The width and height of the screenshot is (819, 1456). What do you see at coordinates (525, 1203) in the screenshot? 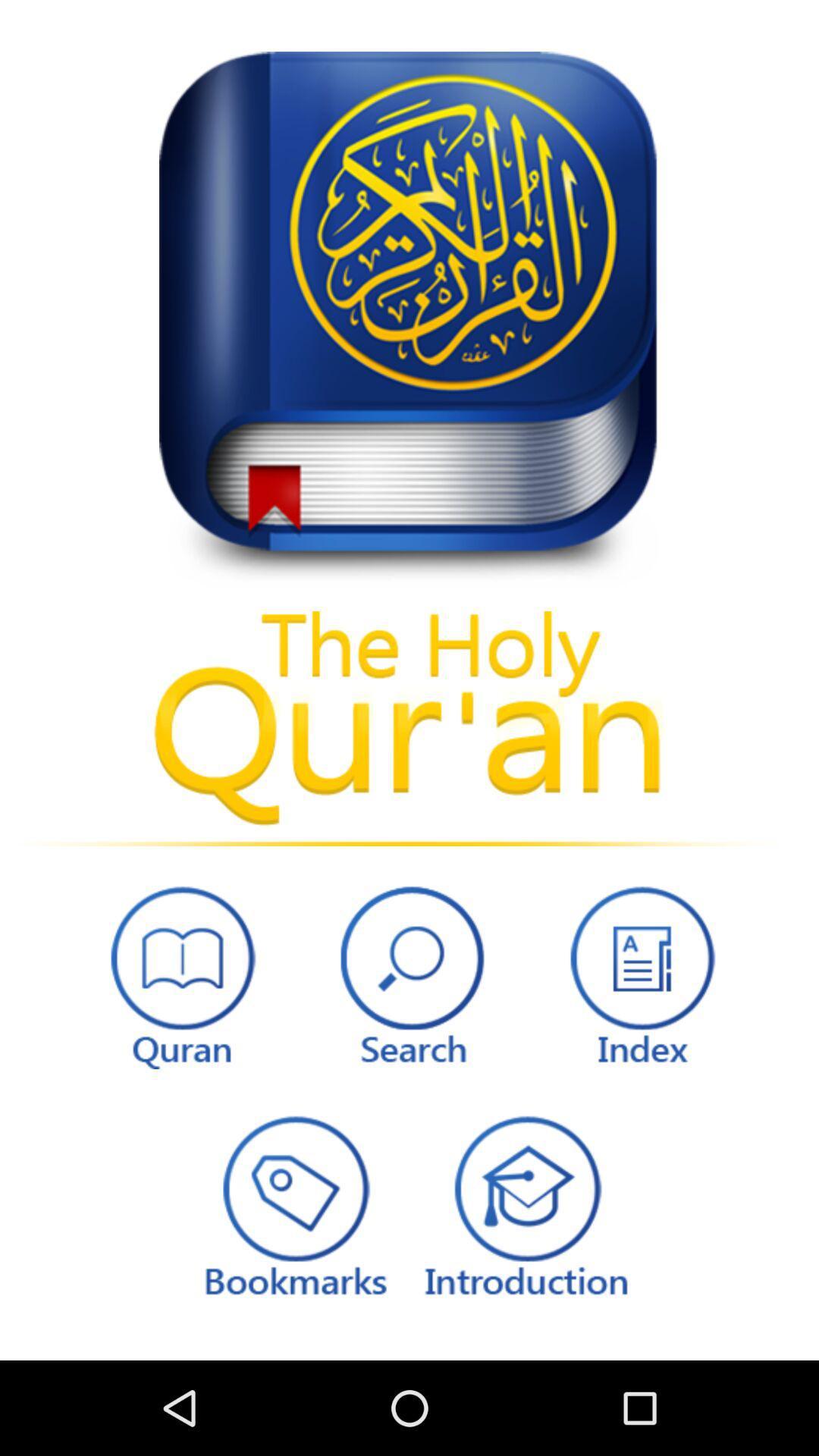
I see `read the introduction` at bounding box center [525, 1203].